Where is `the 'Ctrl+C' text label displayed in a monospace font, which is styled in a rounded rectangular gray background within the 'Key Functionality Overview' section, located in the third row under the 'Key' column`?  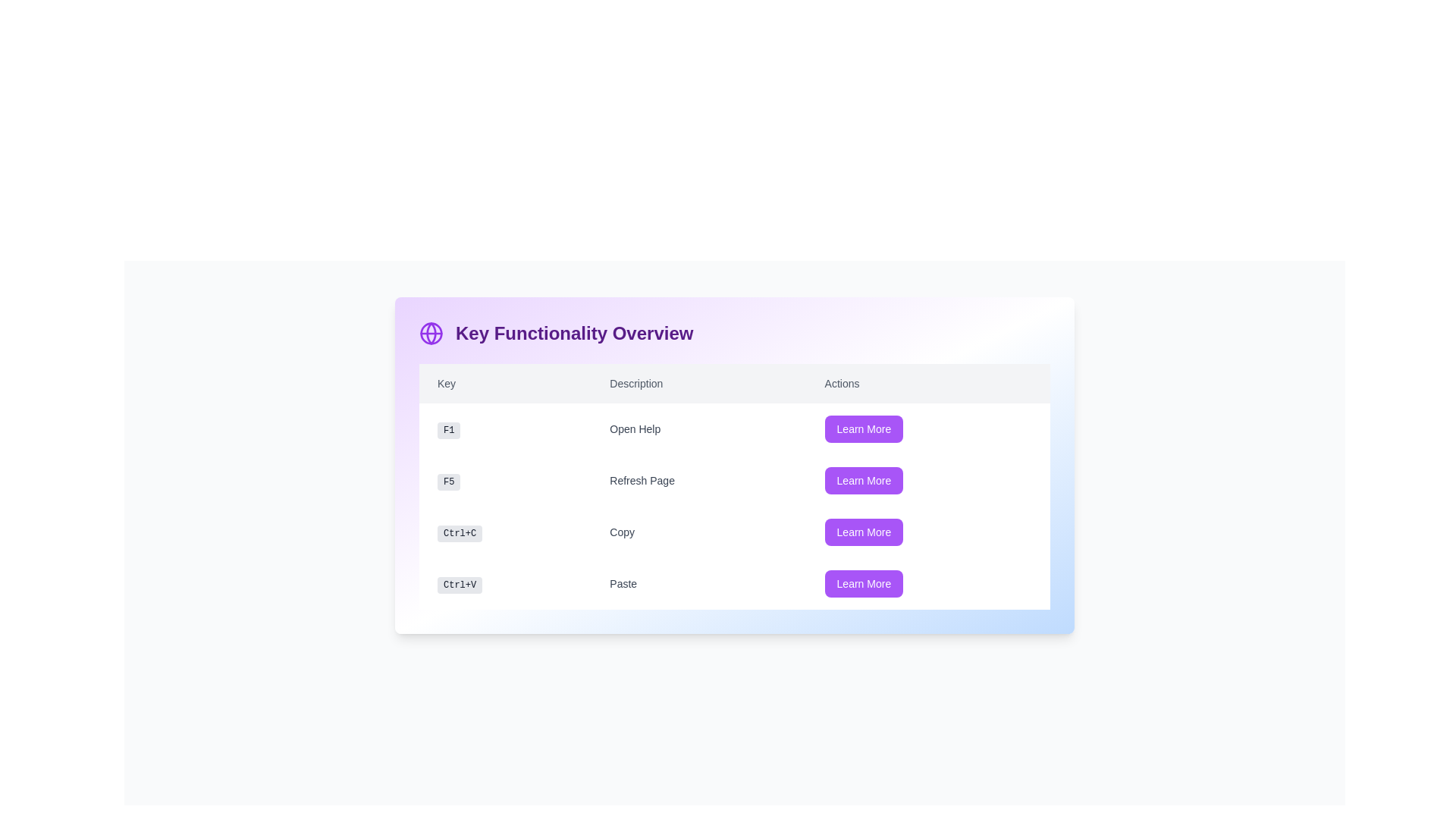 the 'Ctrl+C' text label displayed in a monospace font, which is styled in a rounded rectangular gray background within the 'Key Functionality Overview' section, located in the third row under the 'Key' column is located at coordinates (459, 533).